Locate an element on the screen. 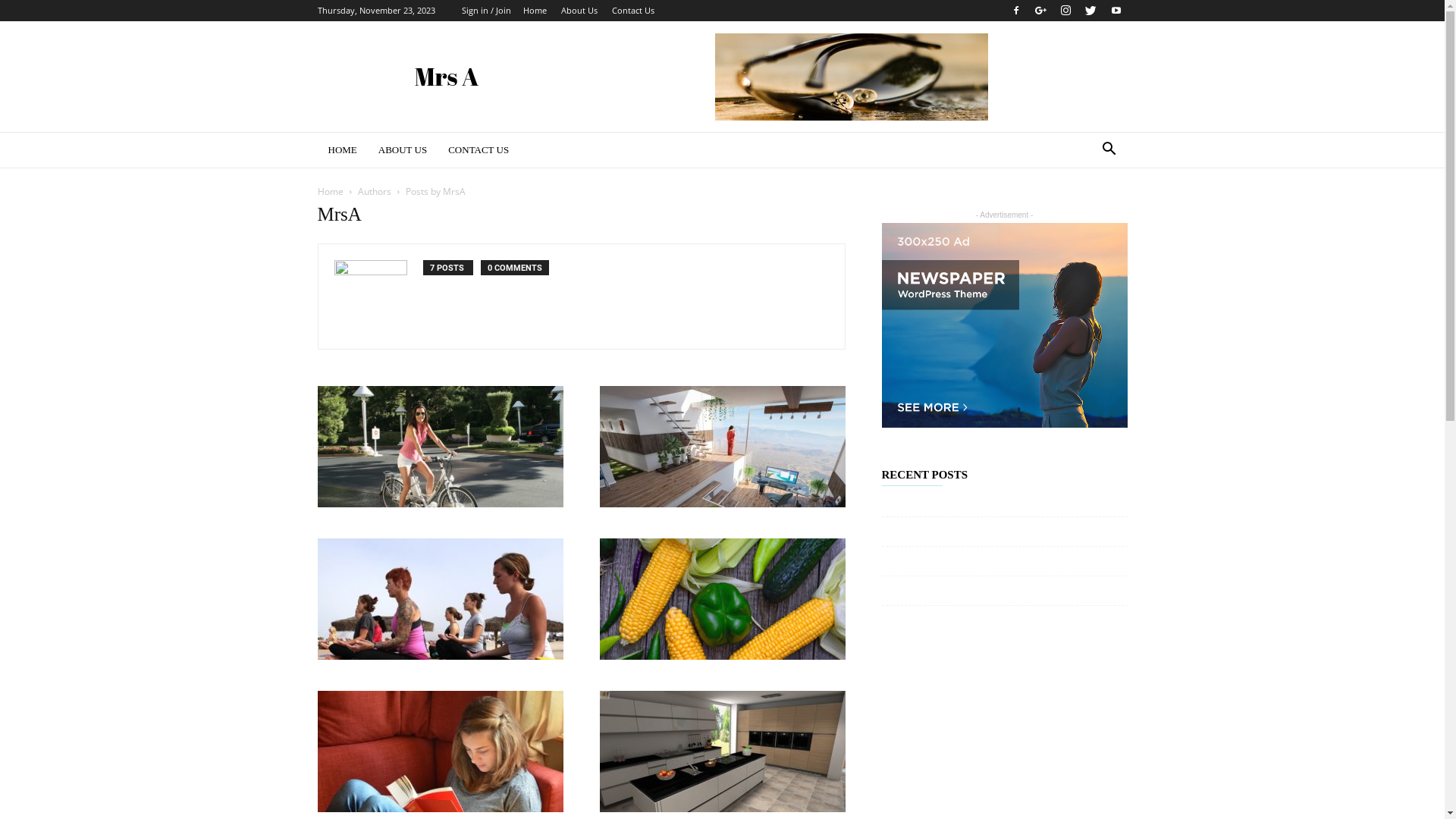 The image size is (1456, 819). 'Google+' is located at coordinates (1030, 11).